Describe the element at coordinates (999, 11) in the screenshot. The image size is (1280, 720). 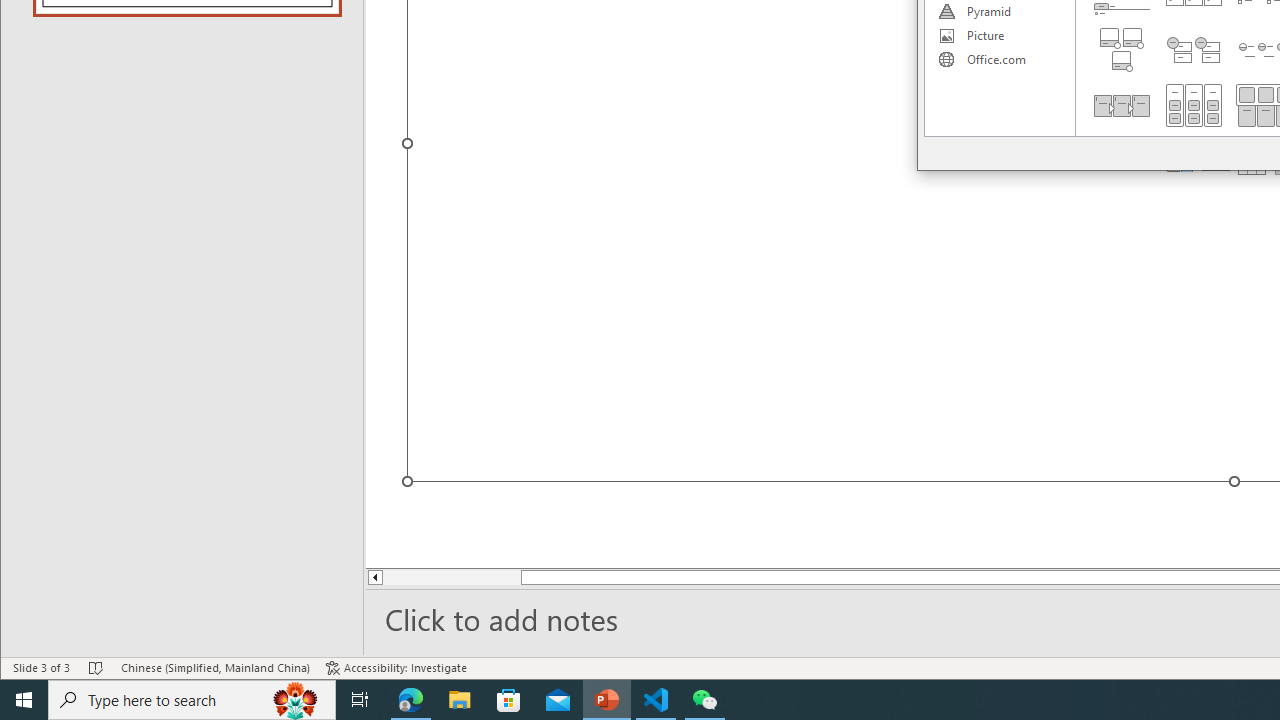
I see `'Pyramid'` at that location.